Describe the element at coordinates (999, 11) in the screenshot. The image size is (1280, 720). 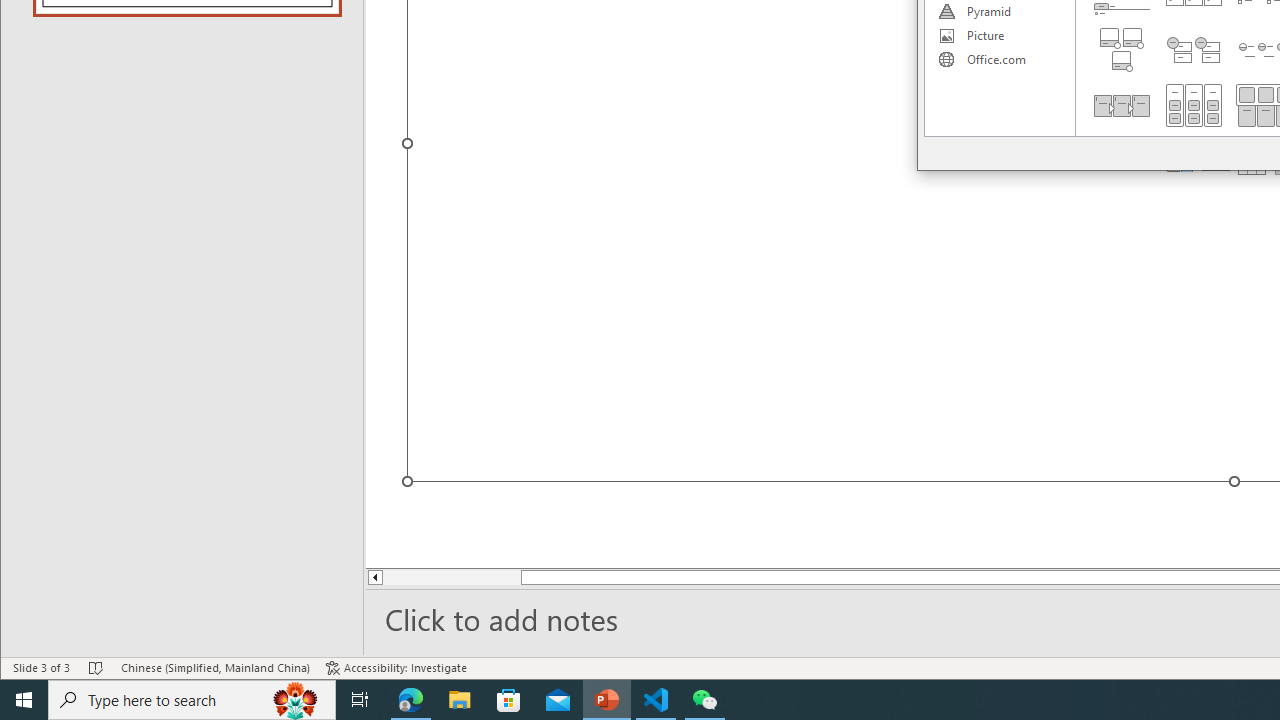
I see `'Pyramid'` at that location.